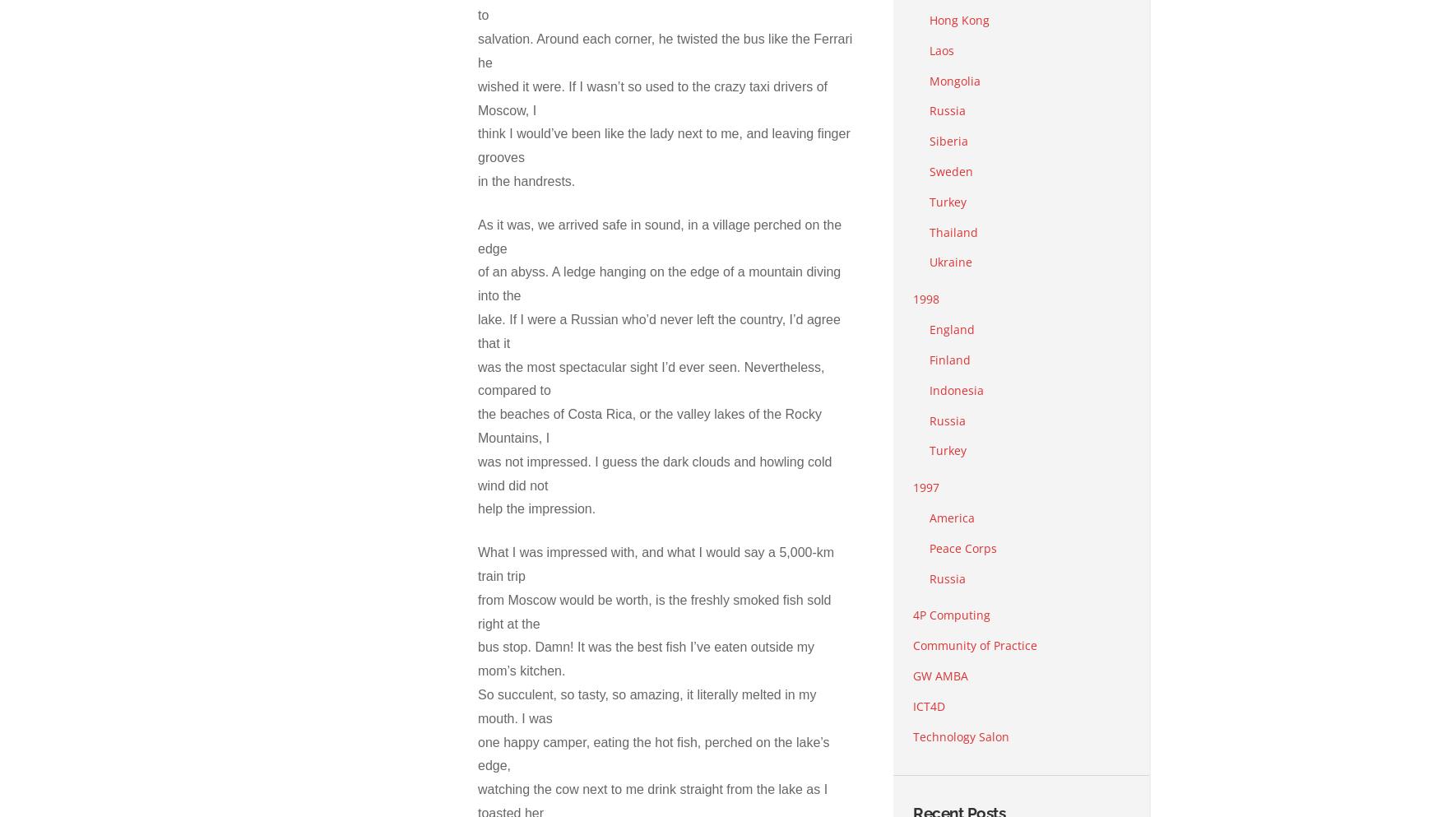  Describe the element at coordinates (659, 235) in the screenshot. I see `'As it was, we arrived safe in sound, in a village perched on the edge'` at that location.